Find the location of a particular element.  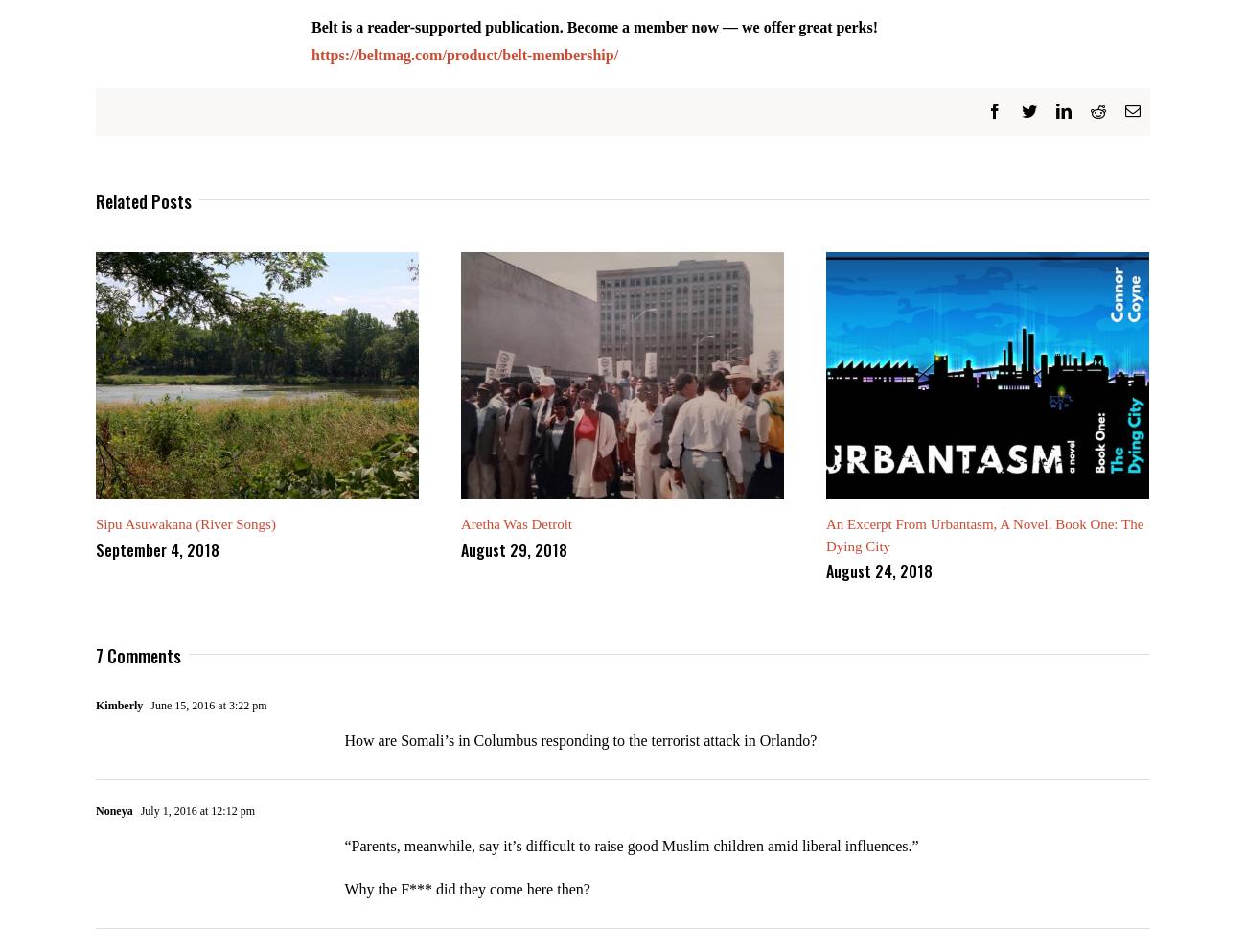

'Kimberly' is located at coordinates (118, 719).